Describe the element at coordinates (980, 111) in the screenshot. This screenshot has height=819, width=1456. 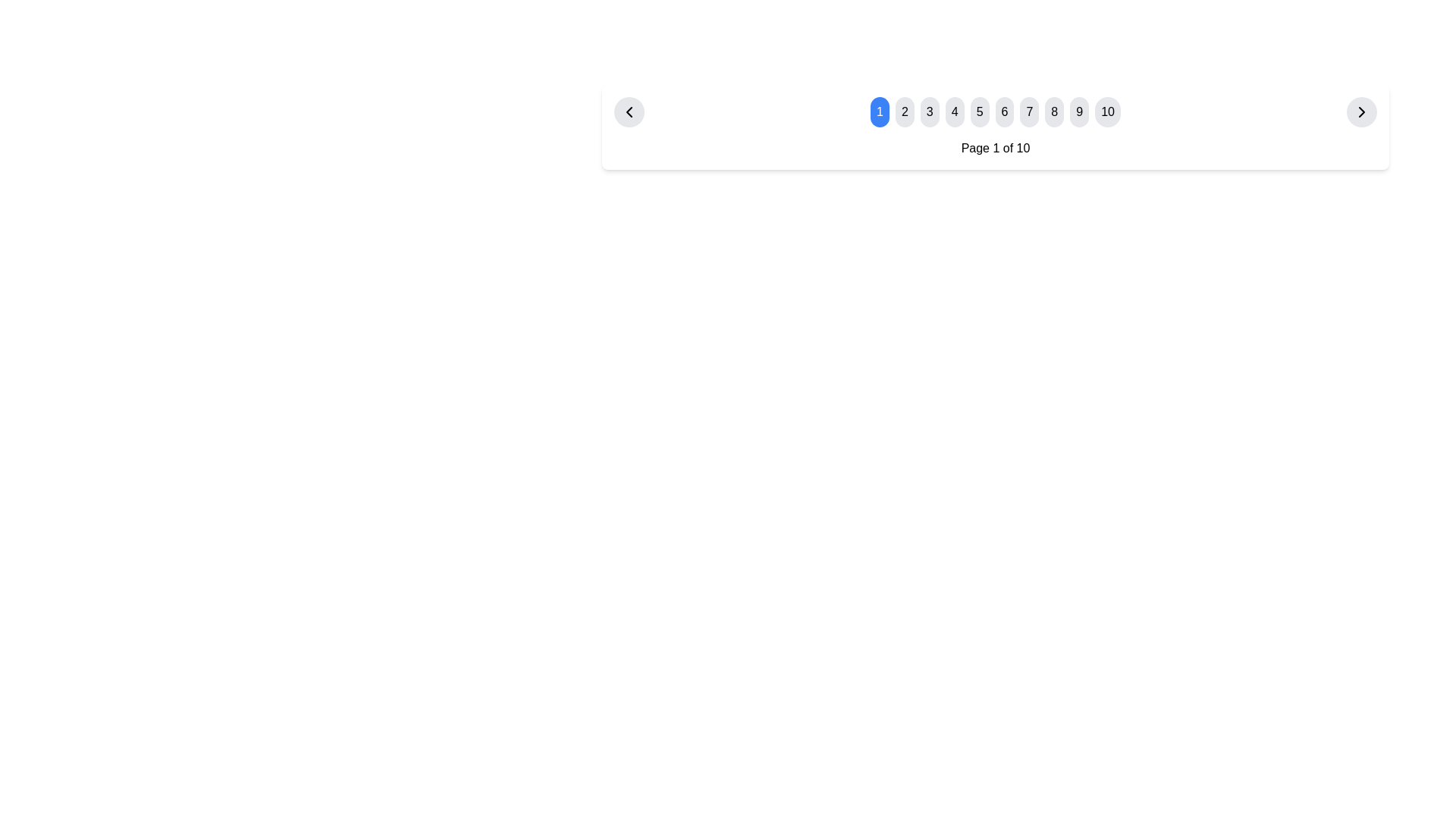
I see `the fifth numbered button in the horizontal pagination bar` at that location.